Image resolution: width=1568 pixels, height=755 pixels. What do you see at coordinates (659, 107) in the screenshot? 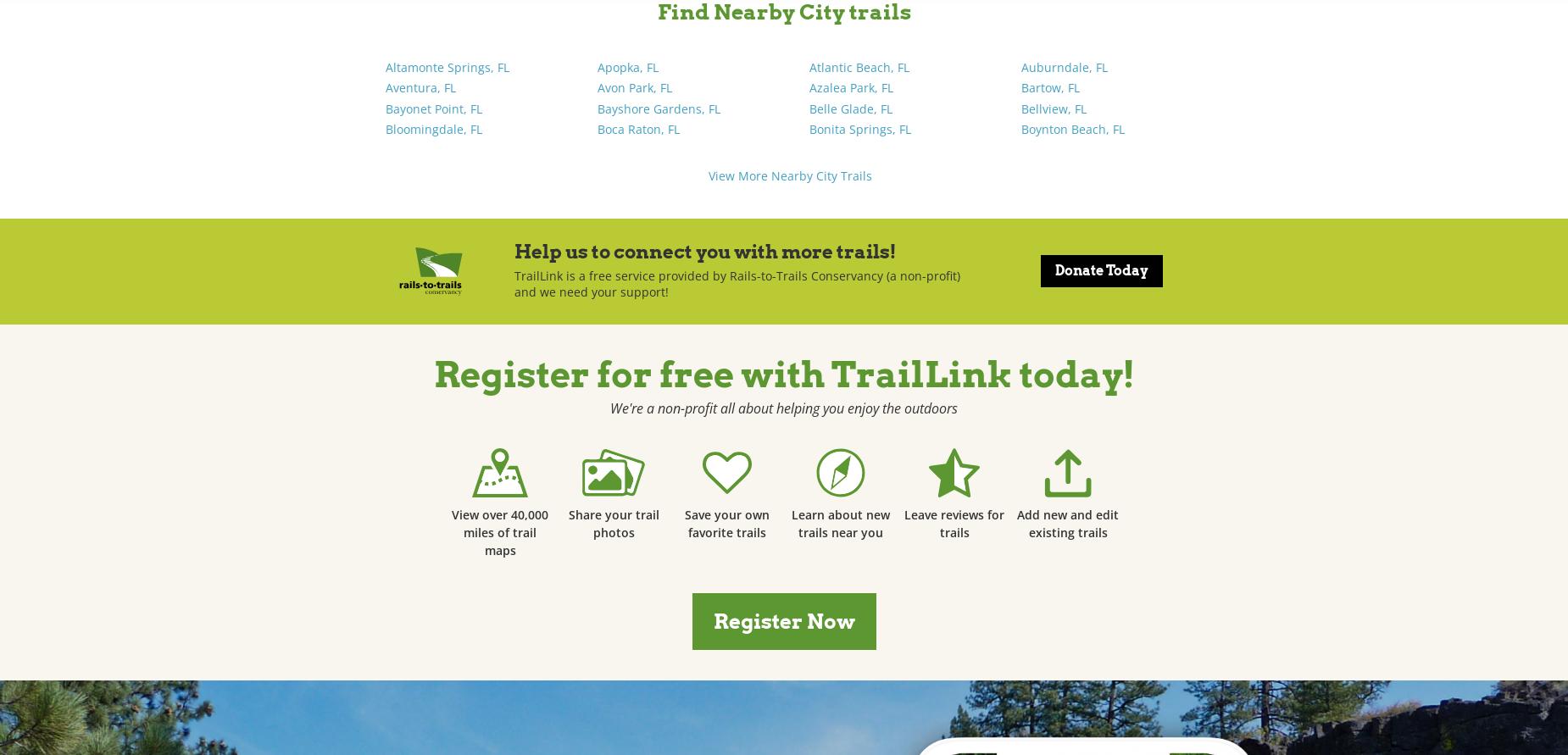
I see `'Bayshore Gardens, FL'` at bounding box center [659, 107].